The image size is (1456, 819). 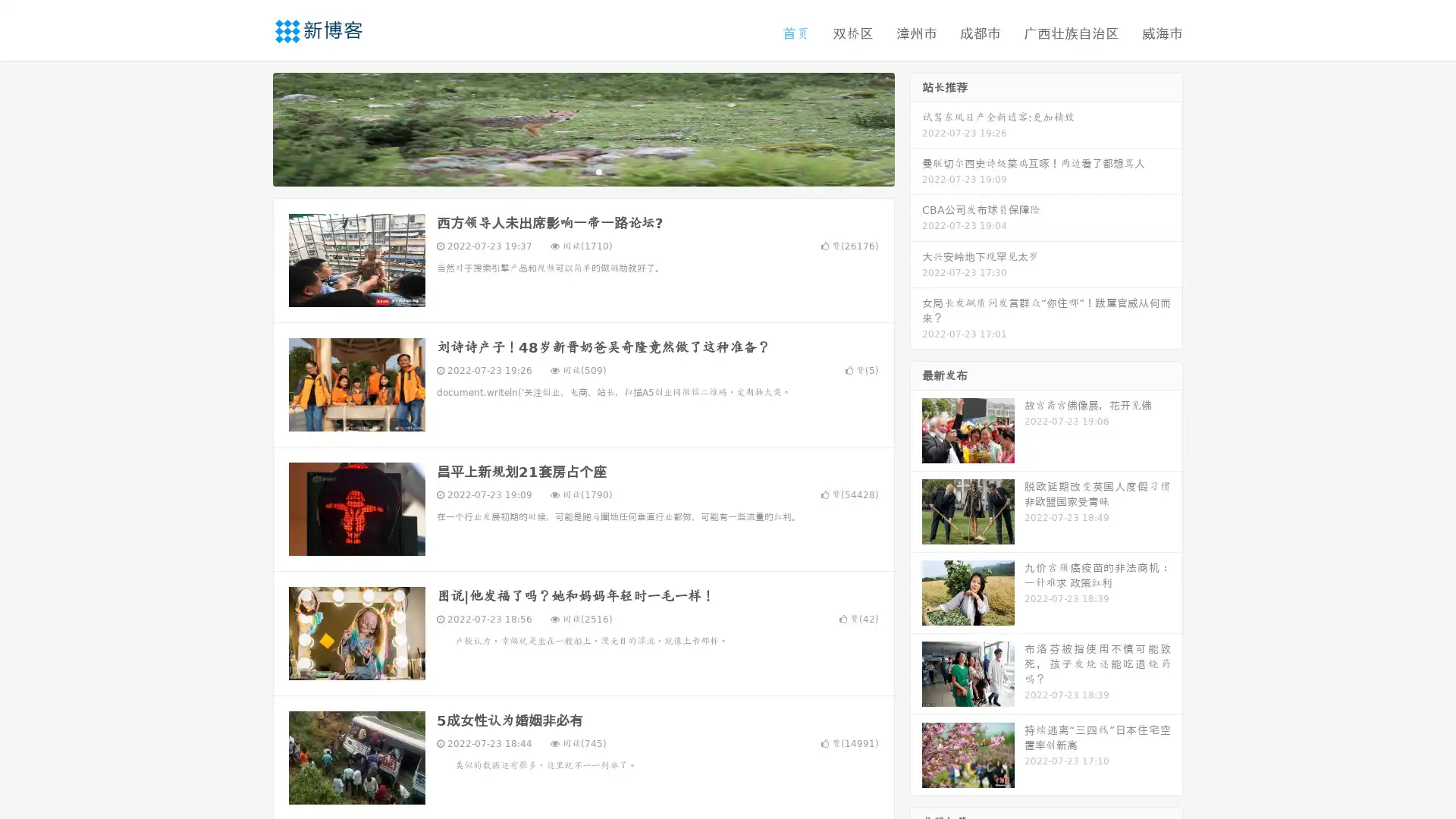 What do you see at coordinates (598, 171) in the screenshot?
I see `Go to slide 3` at bounding box center [598, 171].